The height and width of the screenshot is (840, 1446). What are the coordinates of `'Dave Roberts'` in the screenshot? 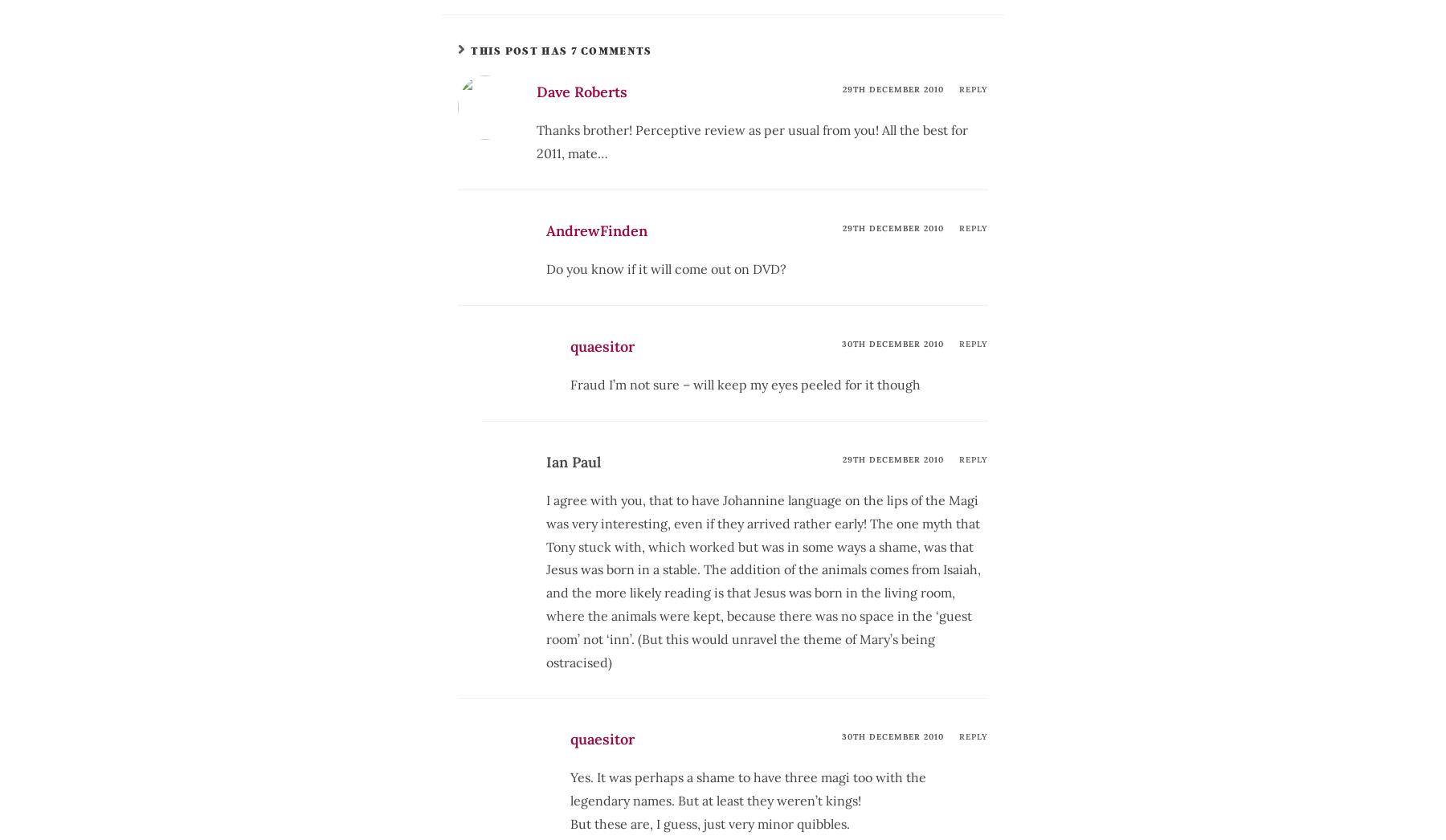 It's located at (536, 90).